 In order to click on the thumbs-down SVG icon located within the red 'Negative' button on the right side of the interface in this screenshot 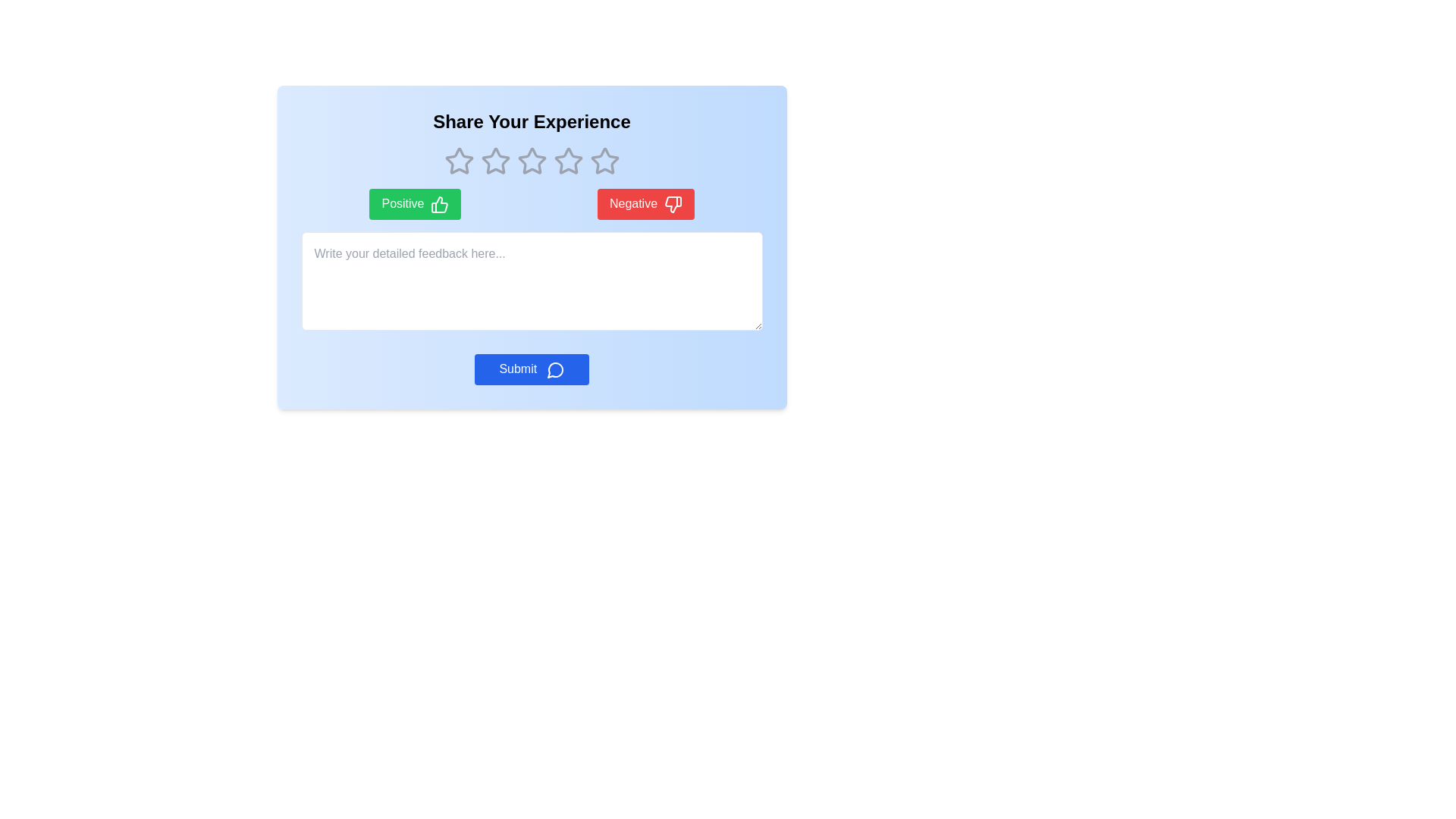, I will do `click(672, 203)`.